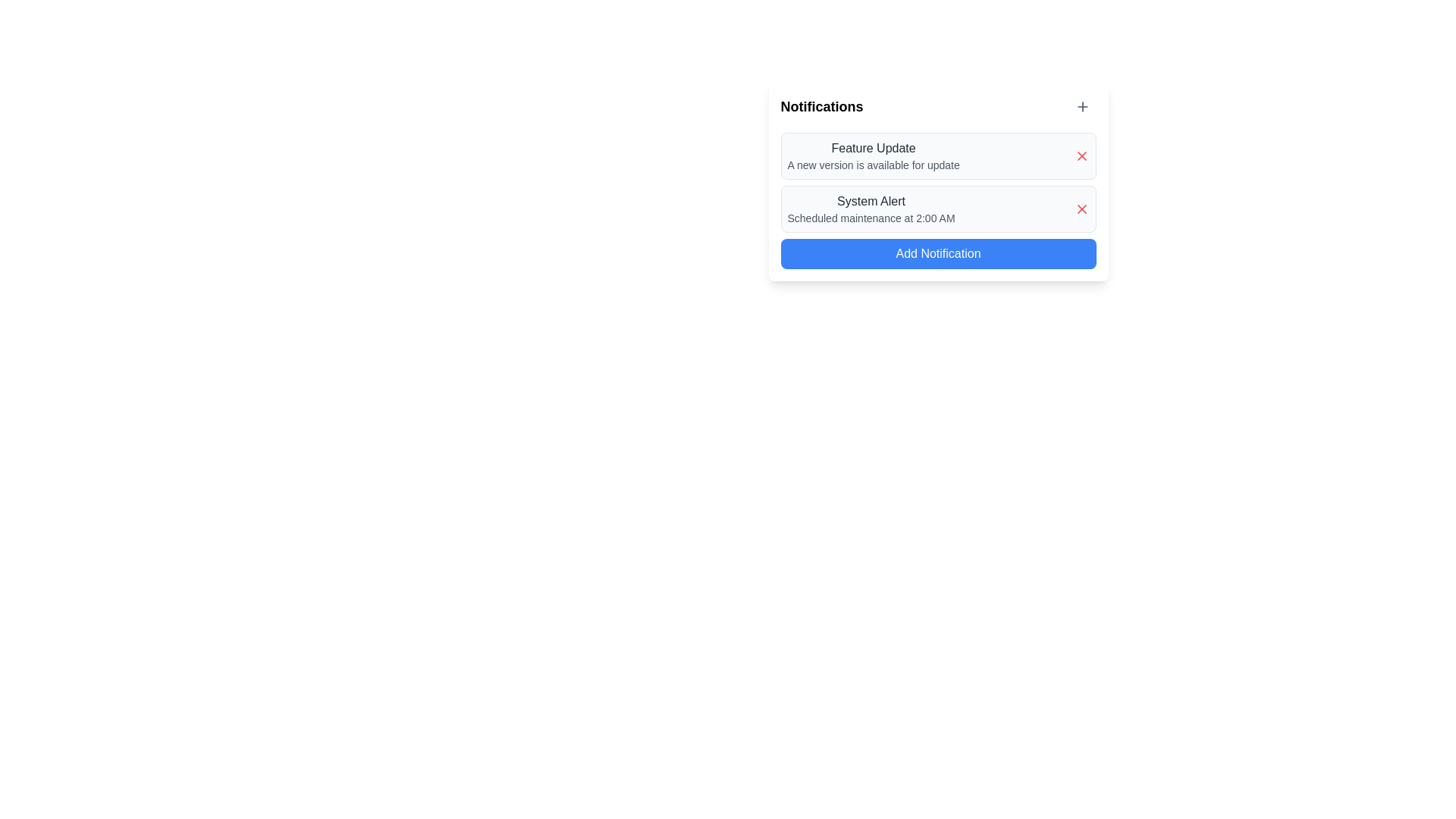 This screenshot has width=1456, height=819. What do you see at coordinates (937, 253) in the screenshot?
I see `the blue 'Add Notification' button with rounded corners to observe its color change when hovered` at bounding box center [937, 253].